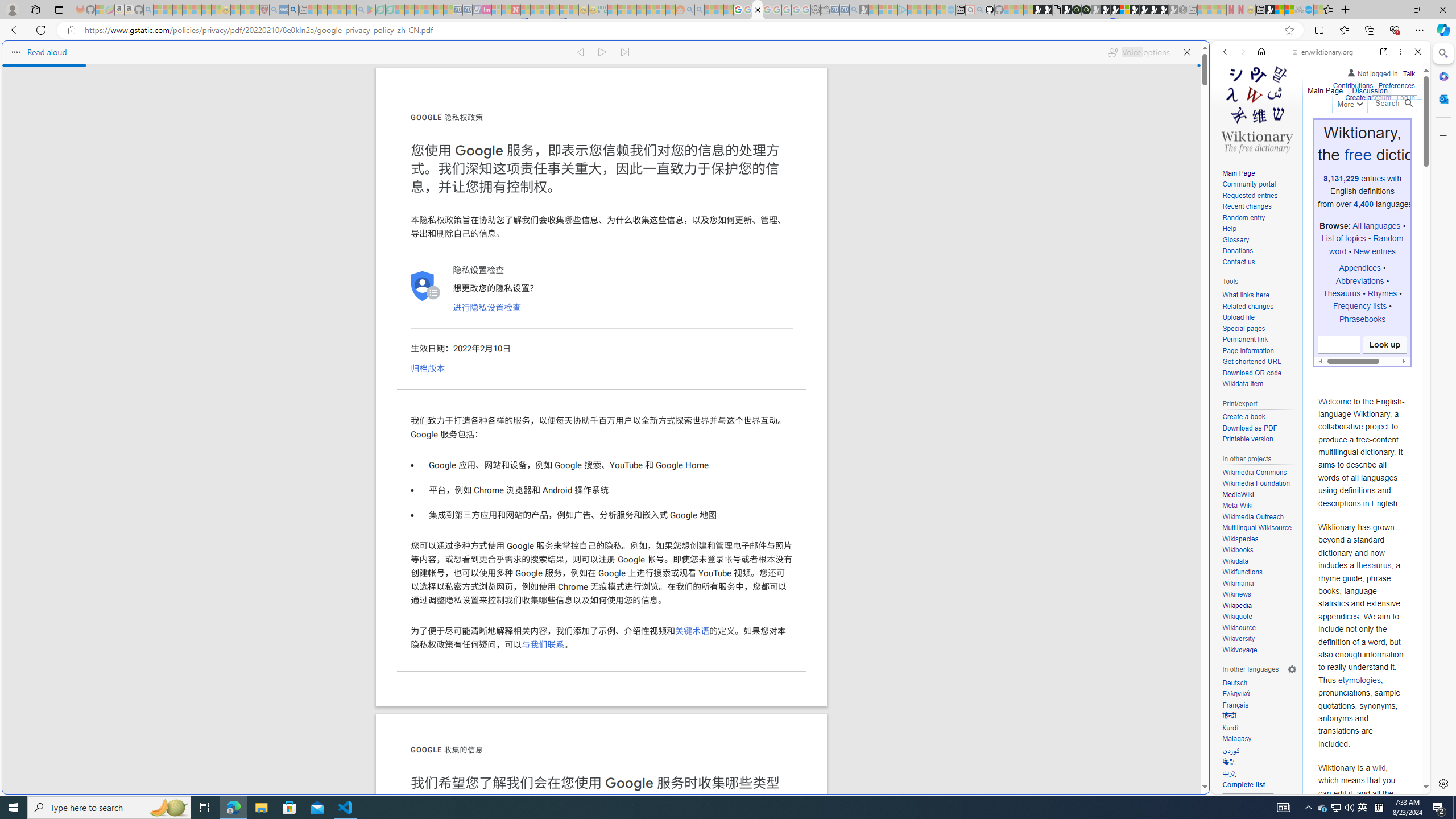 The width and height of the screenshot is (1456, 819). I want to click on 'What links here', so click(1259, 295).